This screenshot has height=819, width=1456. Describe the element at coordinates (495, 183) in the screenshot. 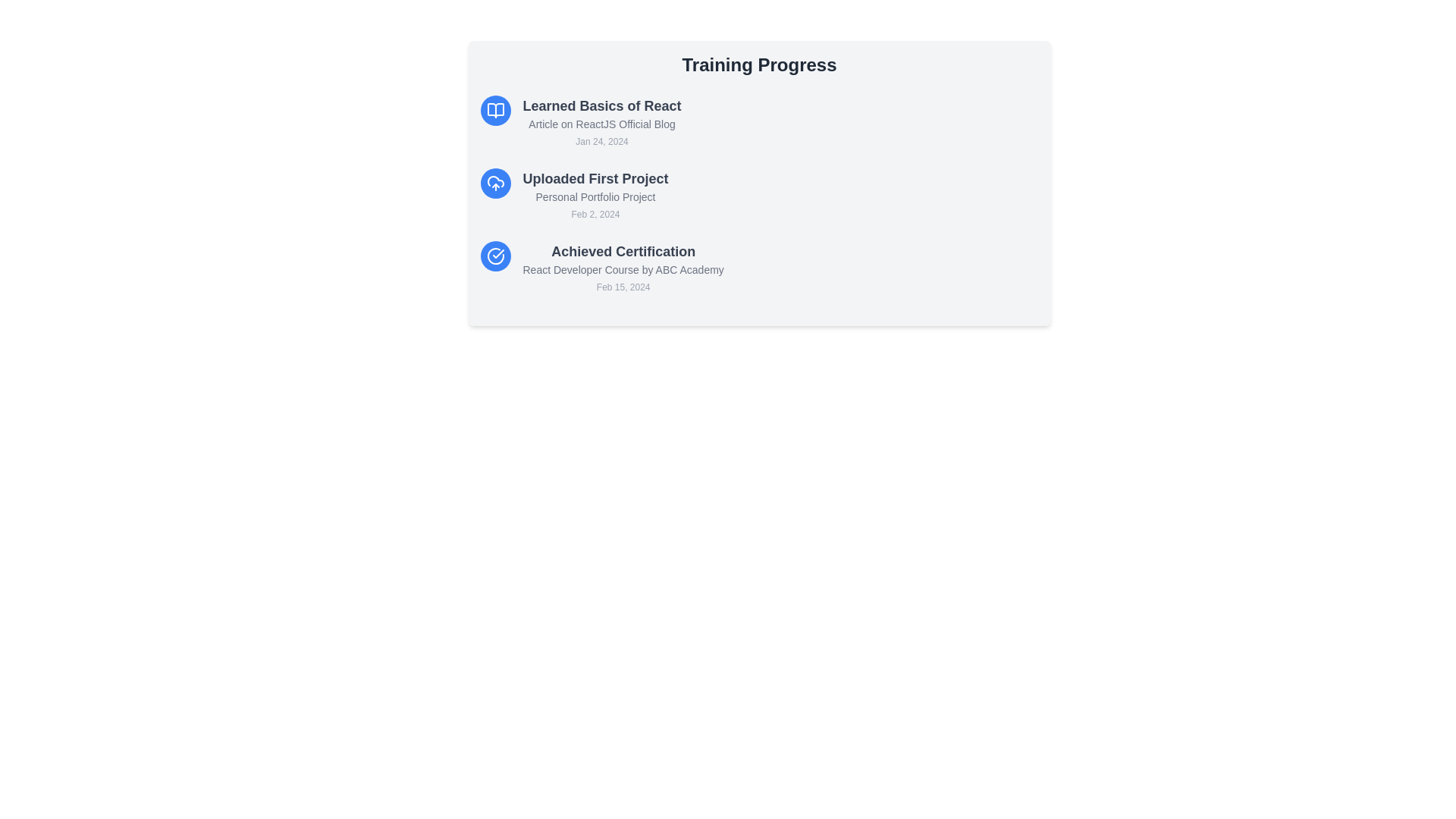

I see `the upload icon located to the left of the text 'Uploaded First Project' in the 'Training Progress' section, which is the second item in a vertical list` at that location.